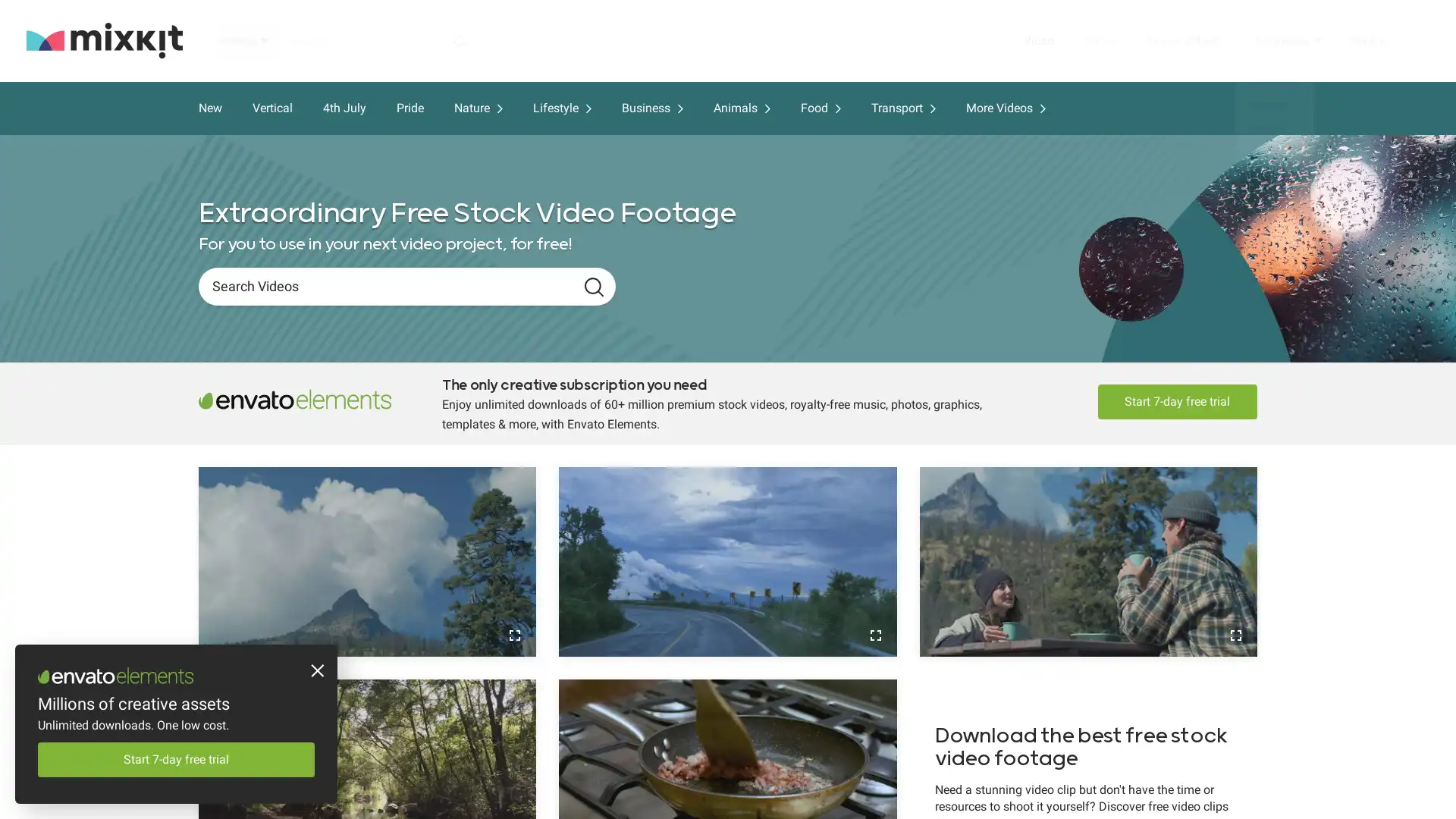 Image resolution: width=1456 pixels, height=819 pixels. Describe the element at coordinates (459, 39) in the screenshot. I see `Search` at that location.